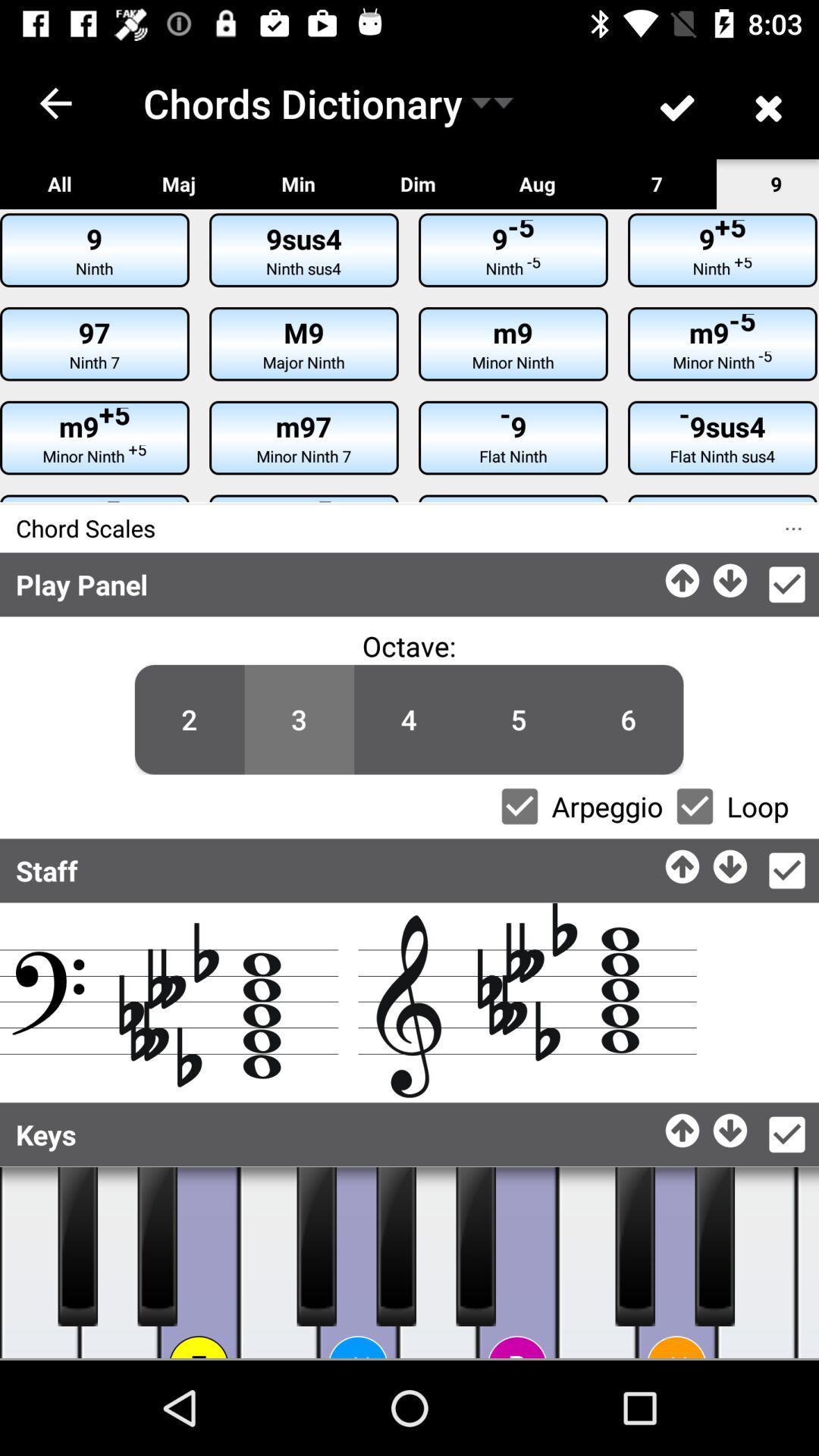  What do you see at coordinates (730, 576) in the screenshot?
I see `download` at bounding box center [730, 576].